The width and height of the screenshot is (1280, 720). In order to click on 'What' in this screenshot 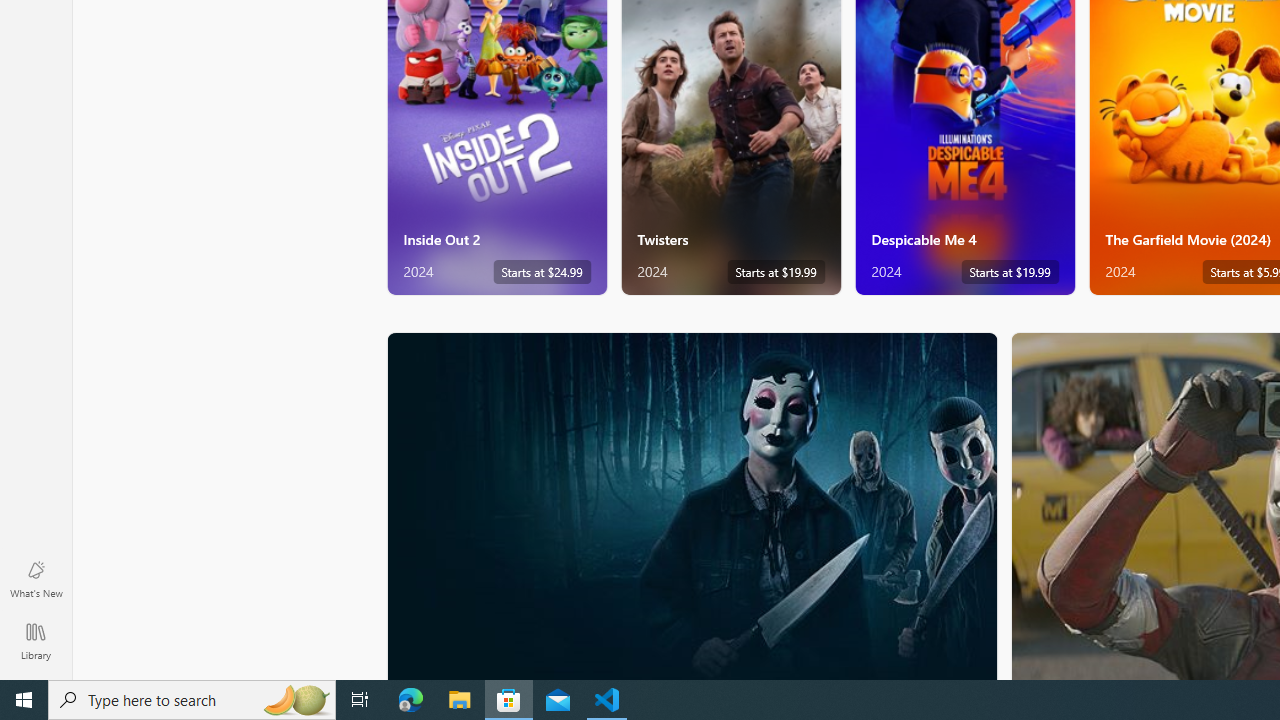, I will do `click(35, 578)`.